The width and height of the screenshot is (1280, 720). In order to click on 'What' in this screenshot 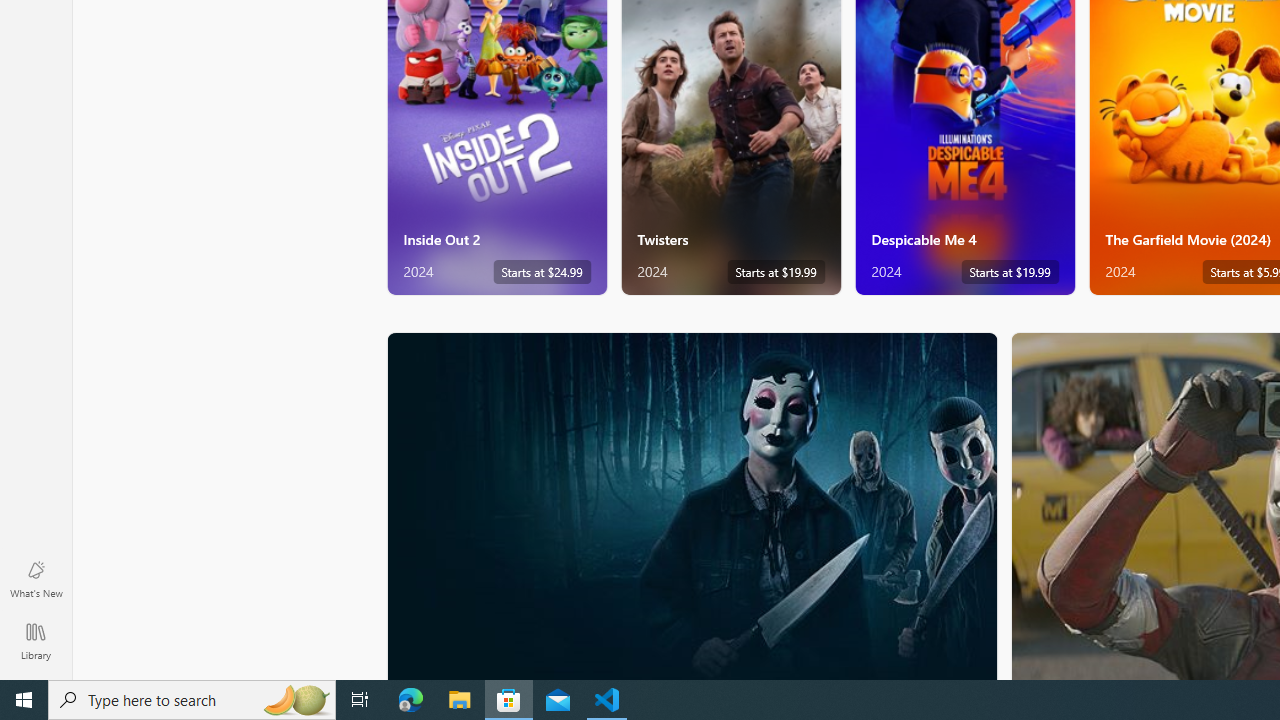, I will do `click(35, 578)`.